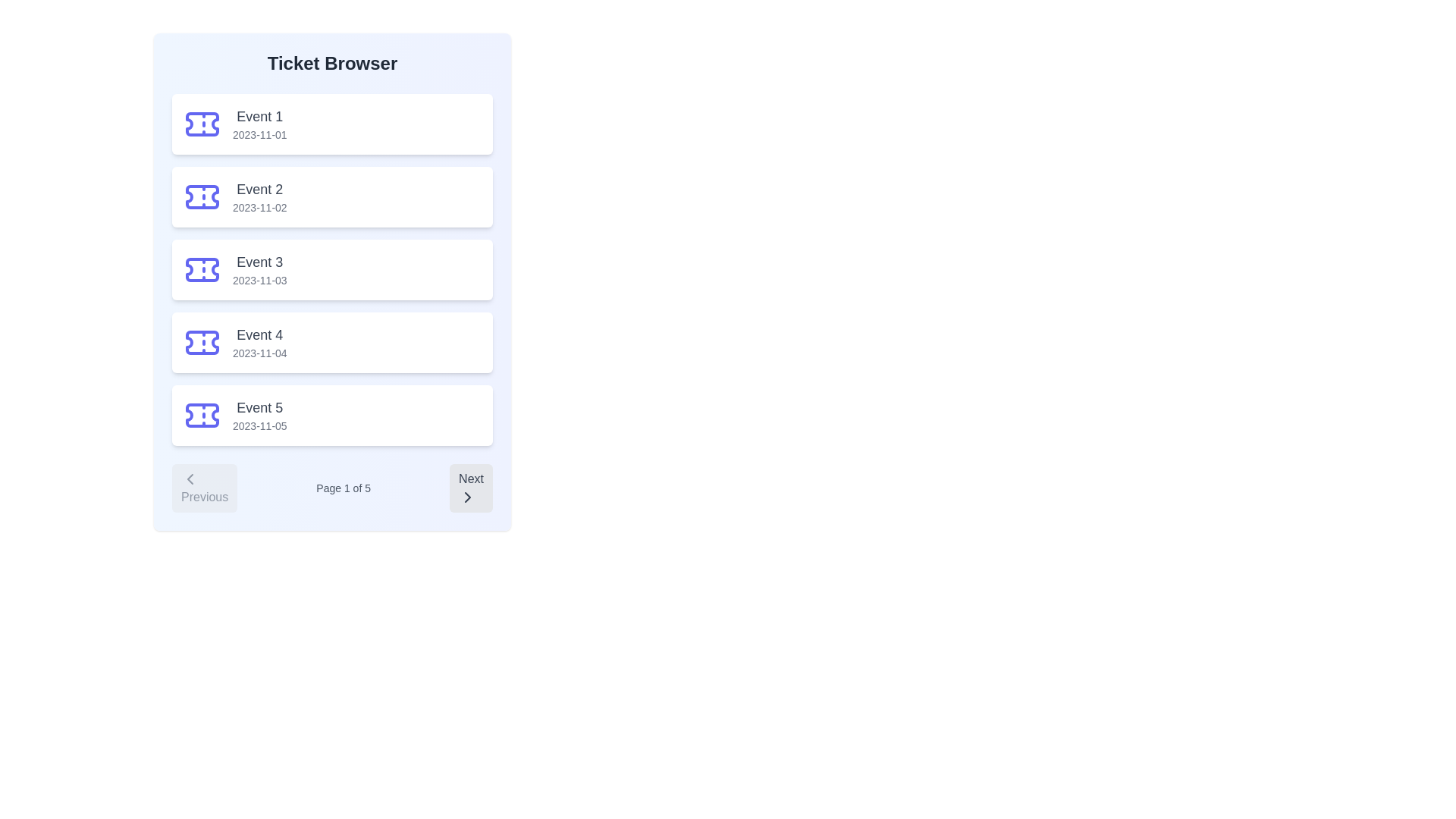 Image resolution: width=1456 pixels, height=819 pixels. Describe the element at coordinates (202, 196) in the screenshot. I see `the ticket icon, which is an SVG graphic with a purple hue located at the left side of the 'Event 2' listing` at that location.